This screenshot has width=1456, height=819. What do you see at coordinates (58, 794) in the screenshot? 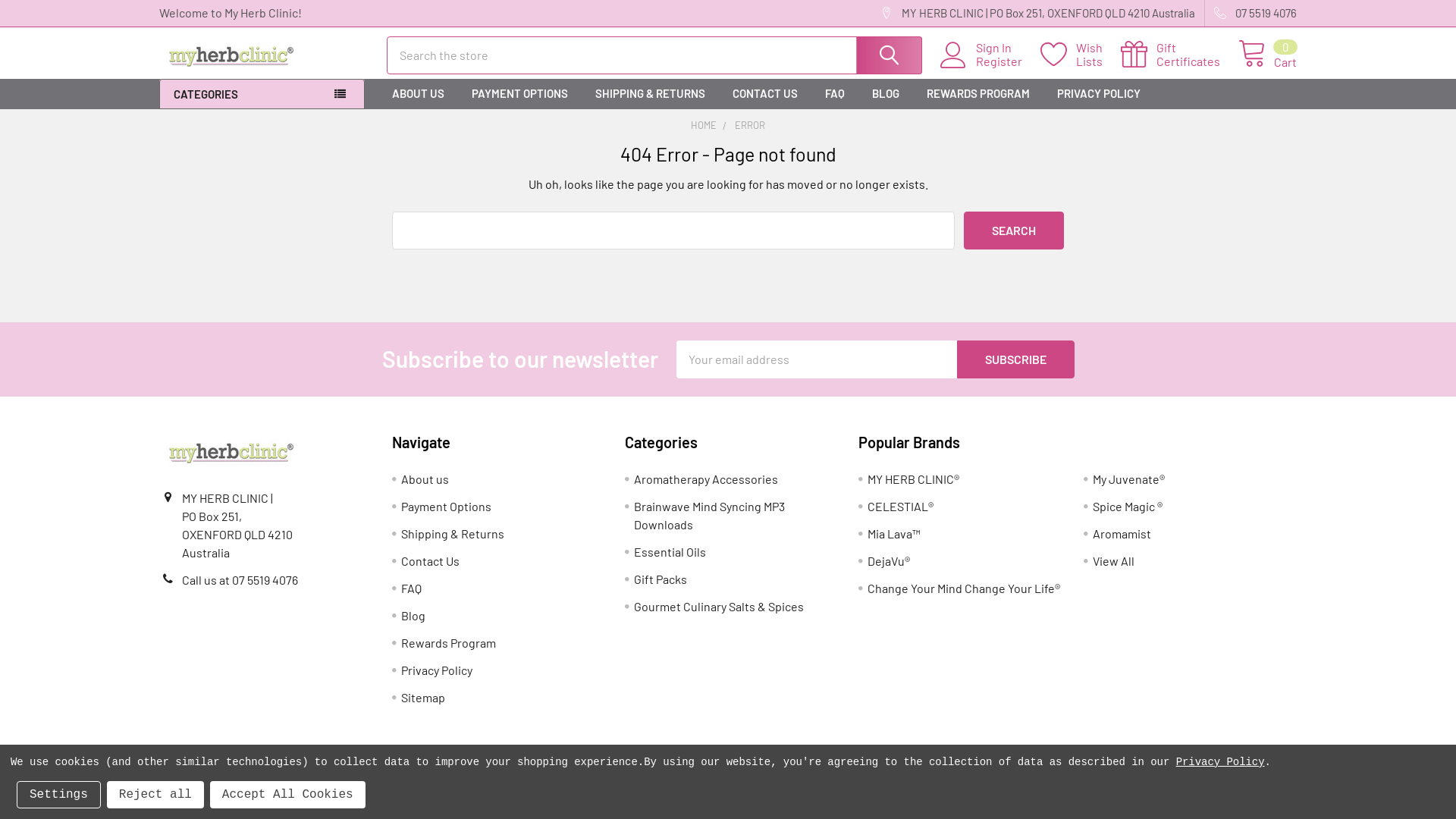
I see `'Settings'` at bounding box center [58, 794].